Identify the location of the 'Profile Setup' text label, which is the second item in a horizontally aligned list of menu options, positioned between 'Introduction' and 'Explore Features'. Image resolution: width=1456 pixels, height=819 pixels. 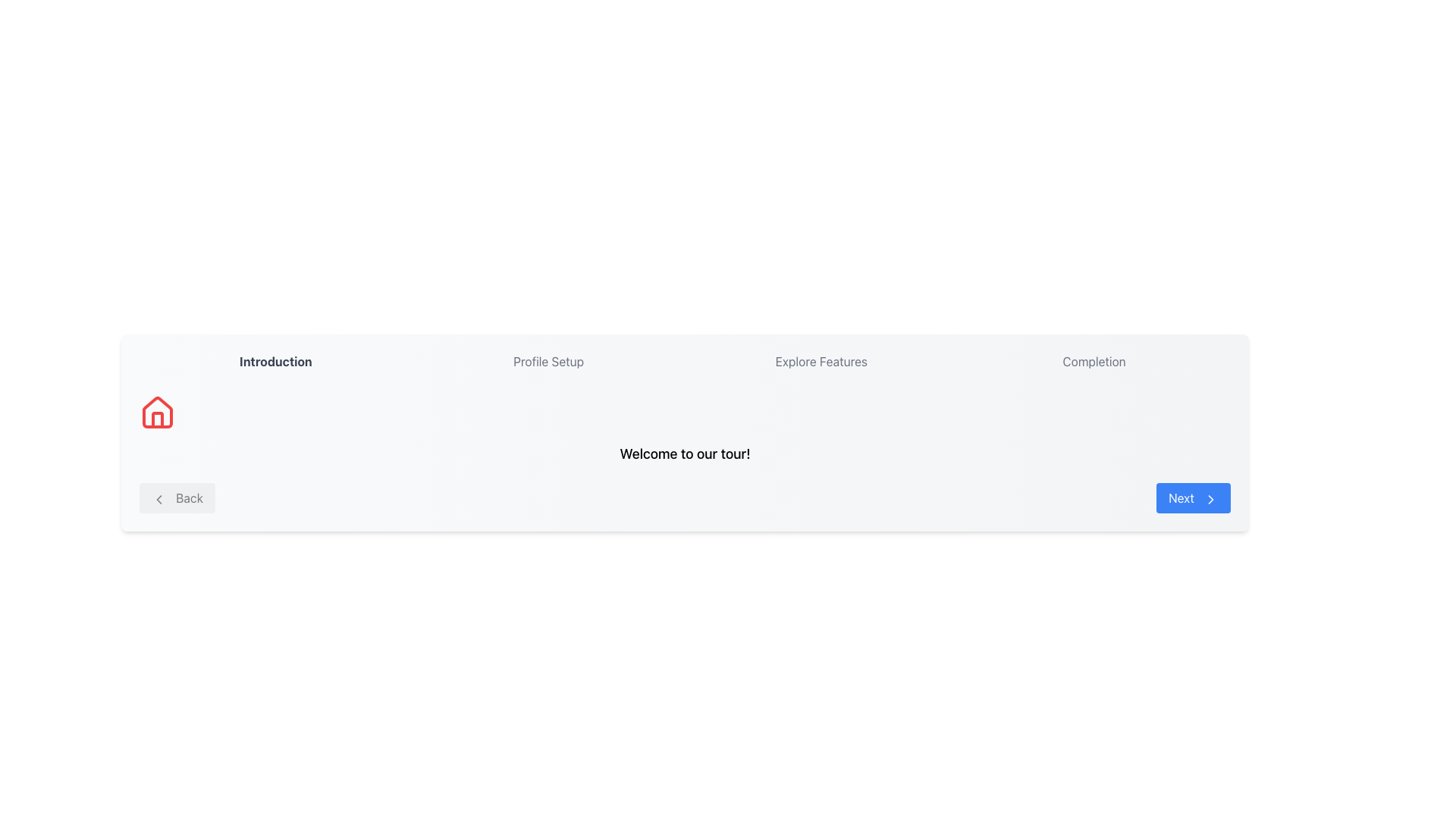
(548, 362).